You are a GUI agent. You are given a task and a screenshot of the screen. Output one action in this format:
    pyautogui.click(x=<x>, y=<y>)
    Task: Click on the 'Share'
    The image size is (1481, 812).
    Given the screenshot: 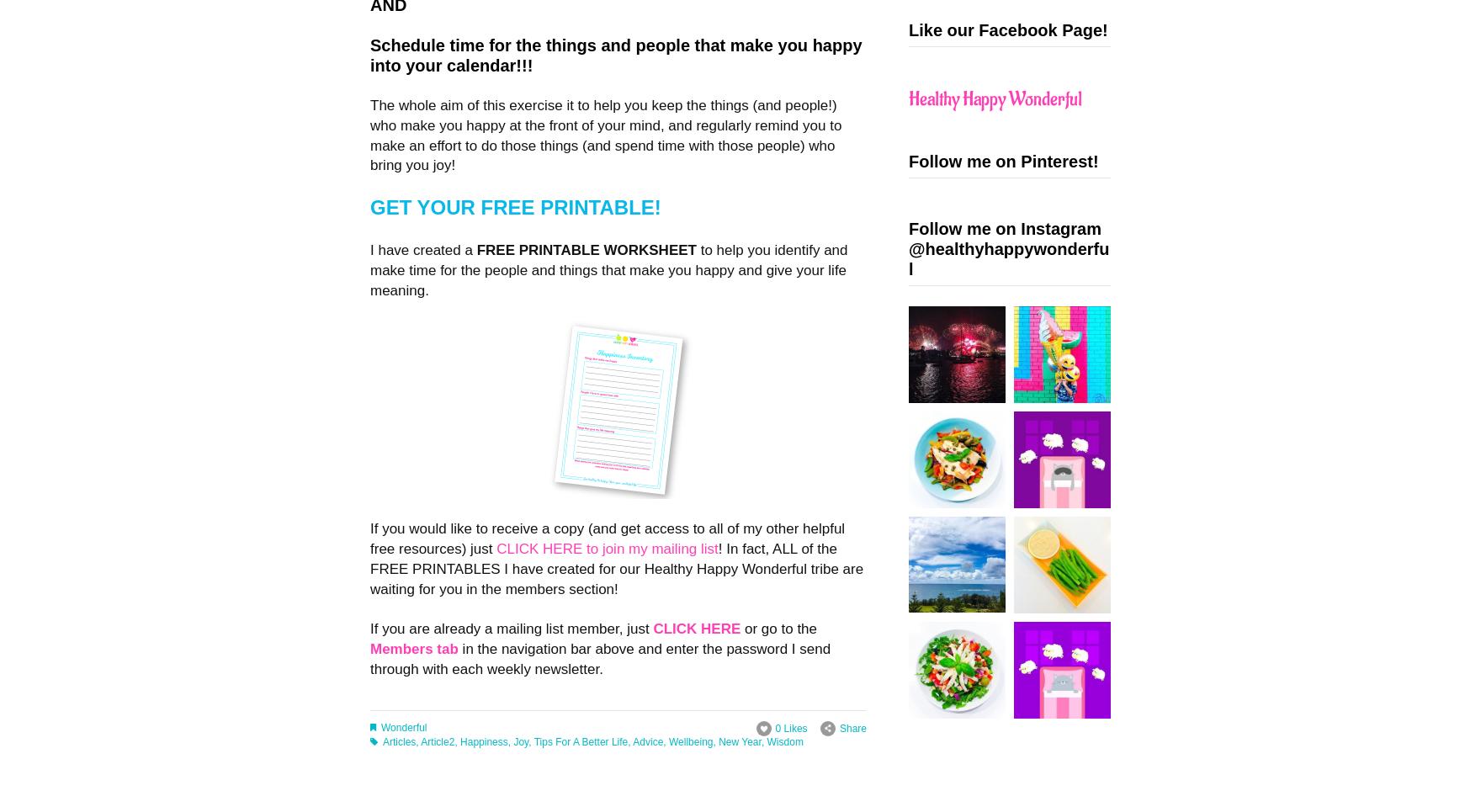 What is the action you would take?
    pyautogui.click(x=852, y=728)
    